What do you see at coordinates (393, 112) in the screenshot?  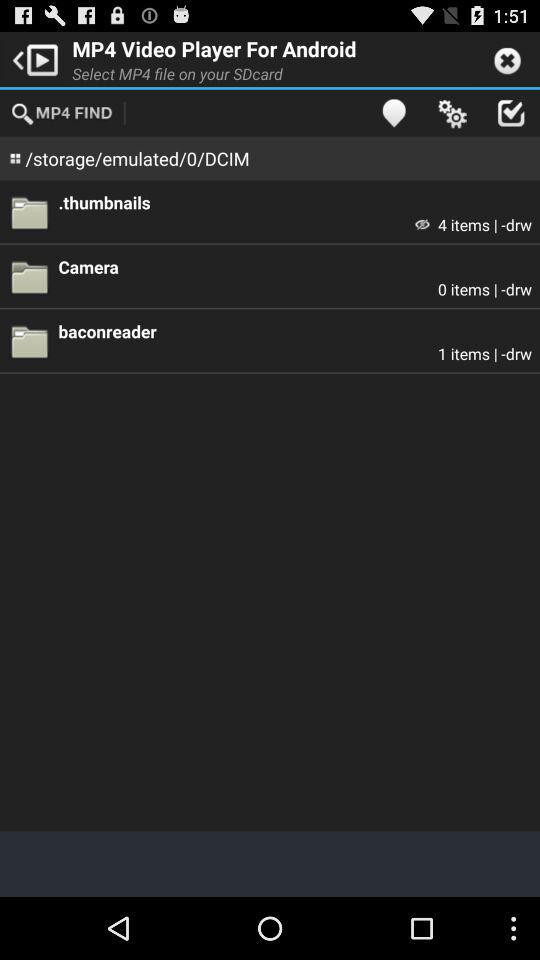 I see `item to the right of select mp4 file icon` at bounding box center [393, 112].